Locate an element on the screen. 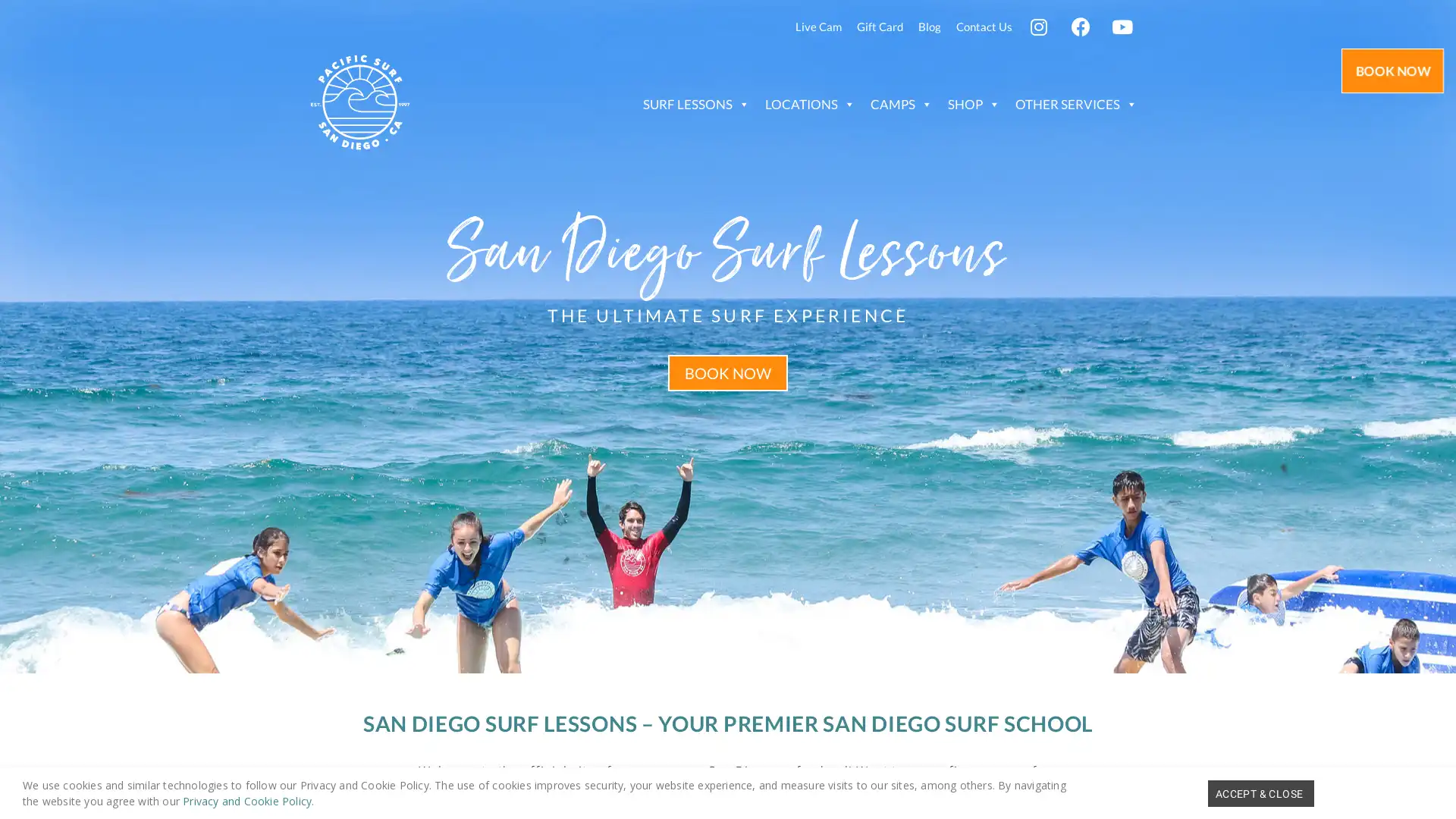 Image resolution: width=1456 pixels, height=819 pixels. ACCEPT & CLOSE is located at coordinates (1260, 792).